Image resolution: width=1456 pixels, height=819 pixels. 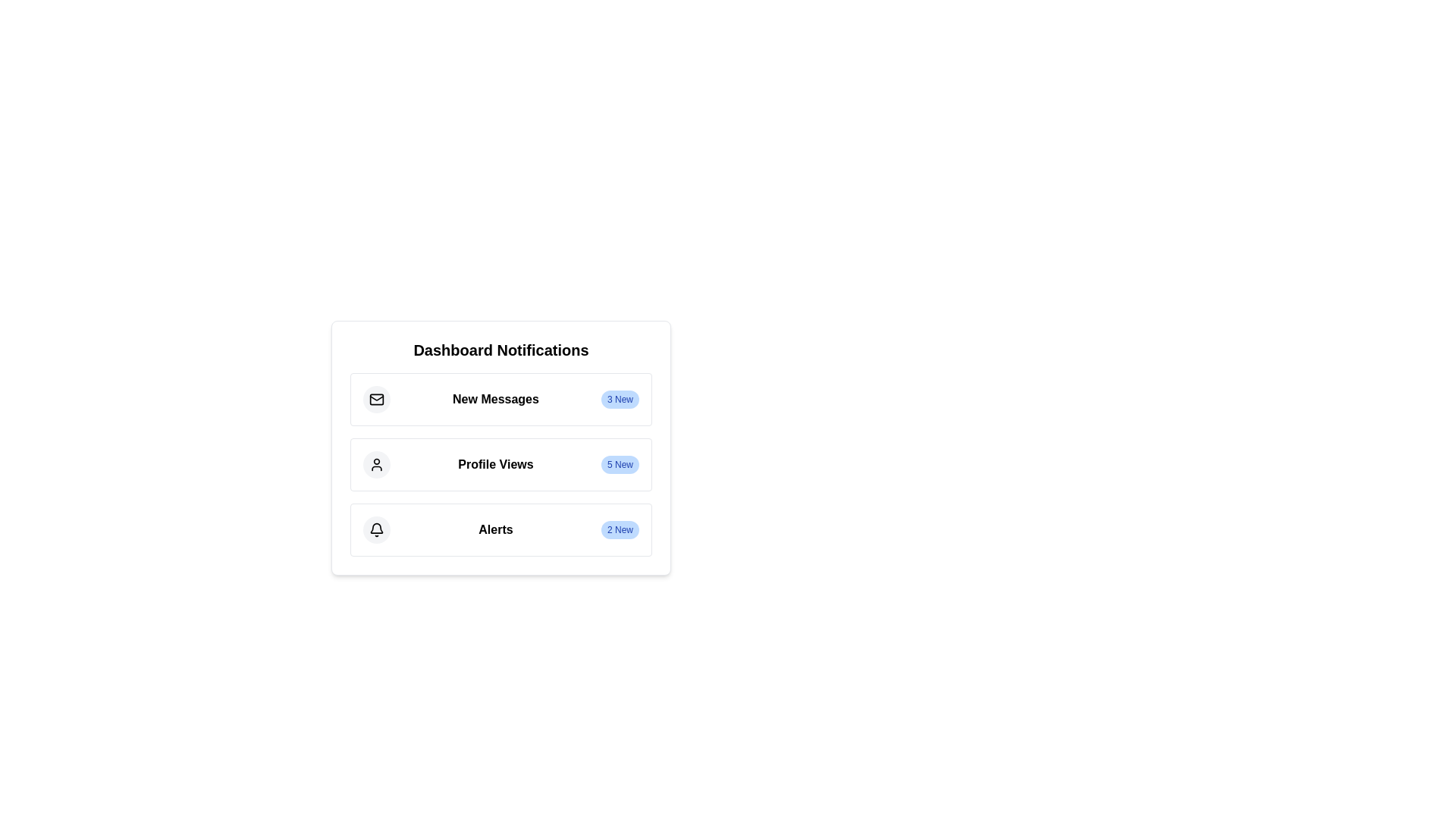 What do you see at coordinates (377, 464) in the screenshot?
I see `the circular user profile icon with a shaded gray background located in the 'Profile Views' section of the notification panel, positioned to the left of the text 'Profile Views'` at bounding box center [377, 464].